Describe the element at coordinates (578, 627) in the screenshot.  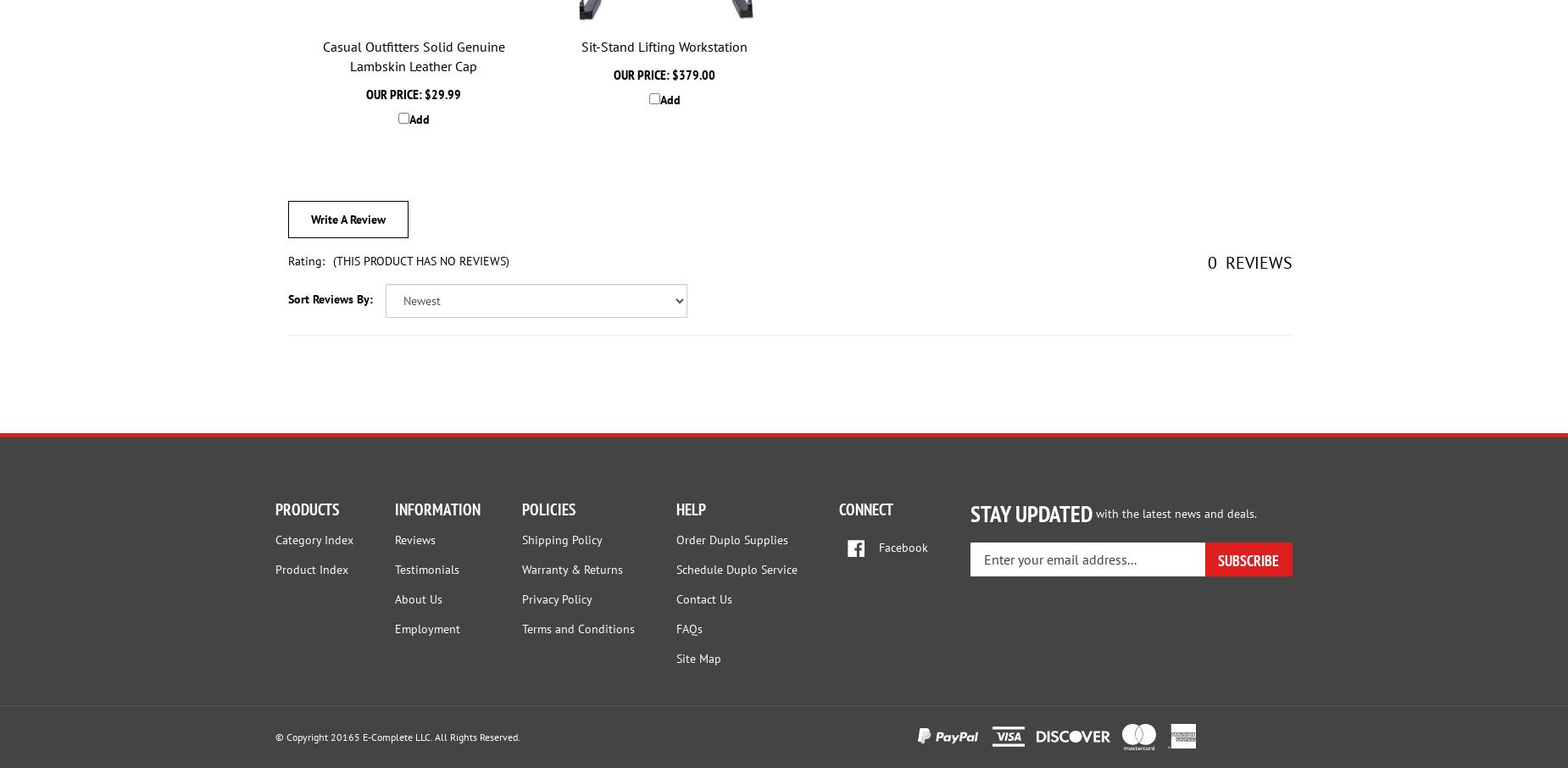
I see `'Terms and Conditions'` at that location.